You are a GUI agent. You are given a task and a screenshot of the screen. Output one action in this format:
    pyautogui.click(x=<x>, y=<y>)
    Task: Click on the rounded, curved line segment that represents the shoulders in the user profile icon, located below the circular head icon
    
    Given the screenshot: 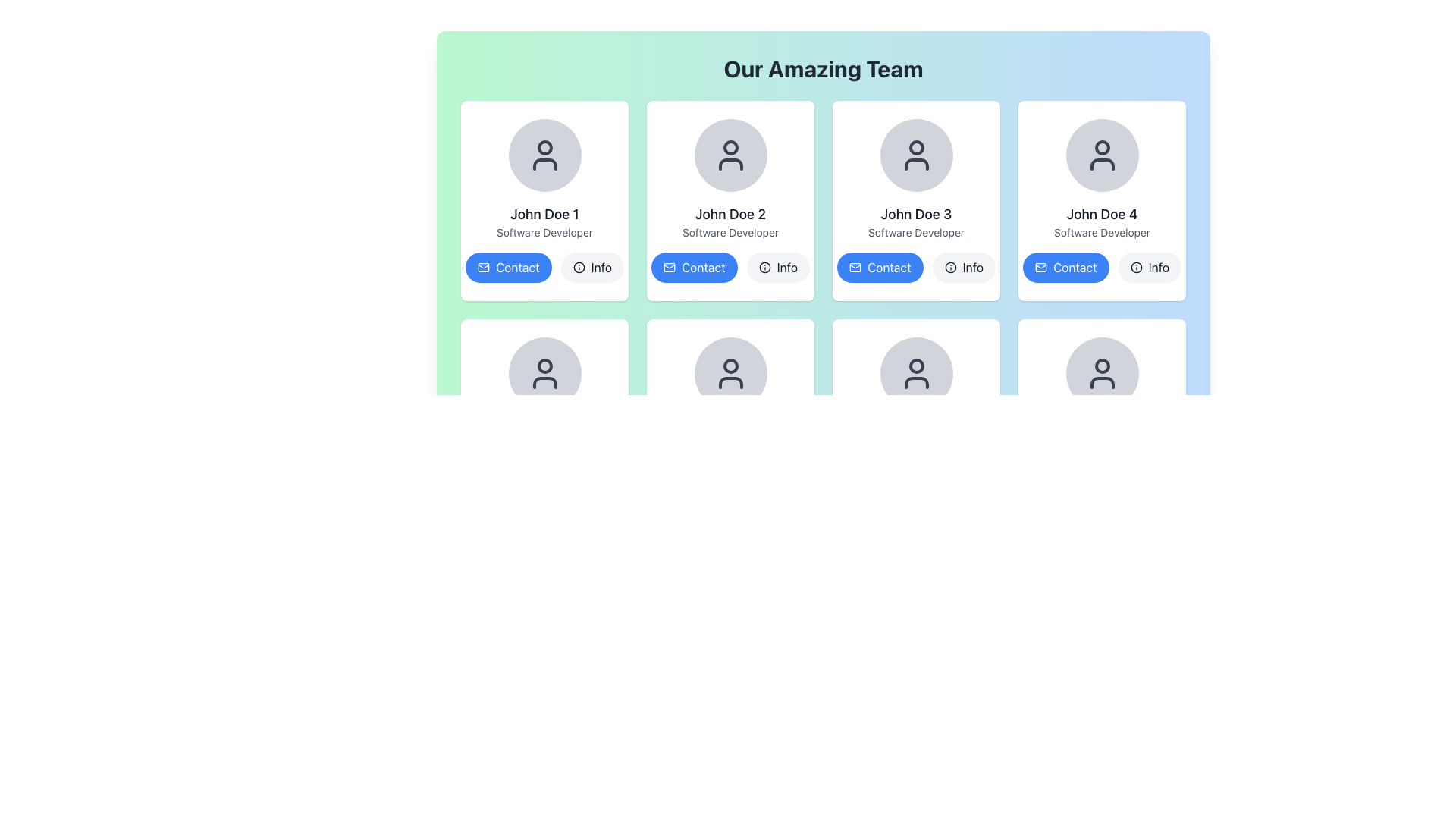 What is the action you would take?
    pyautogui.click(x=915, y=382)
    